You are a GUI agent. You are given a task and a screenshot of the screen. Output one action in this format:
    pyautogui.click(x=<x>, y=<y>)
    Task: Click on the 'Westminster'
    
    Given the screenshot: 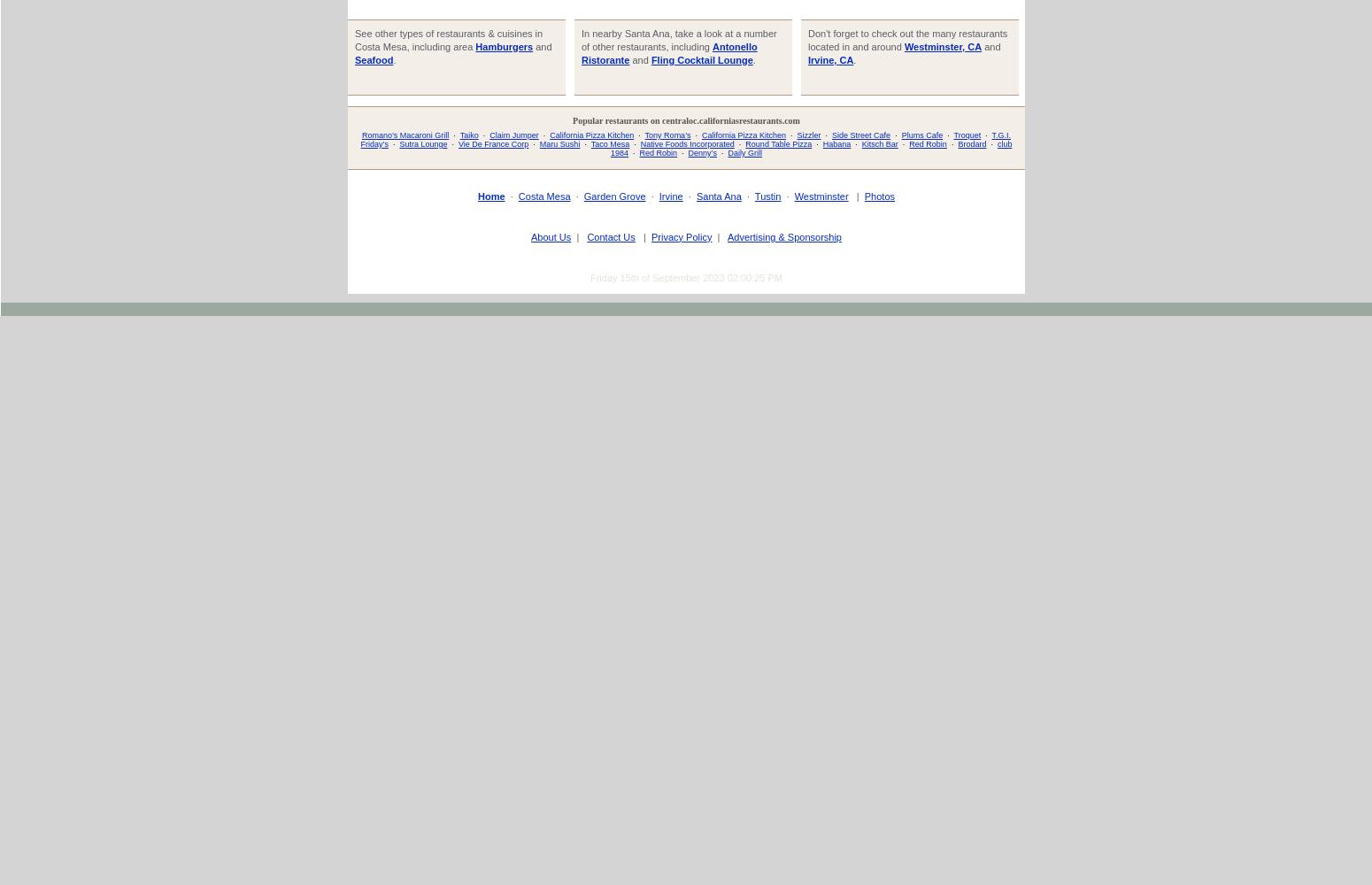 What is the action you would take?
    pyautogui.click(x=821, y=195)
    